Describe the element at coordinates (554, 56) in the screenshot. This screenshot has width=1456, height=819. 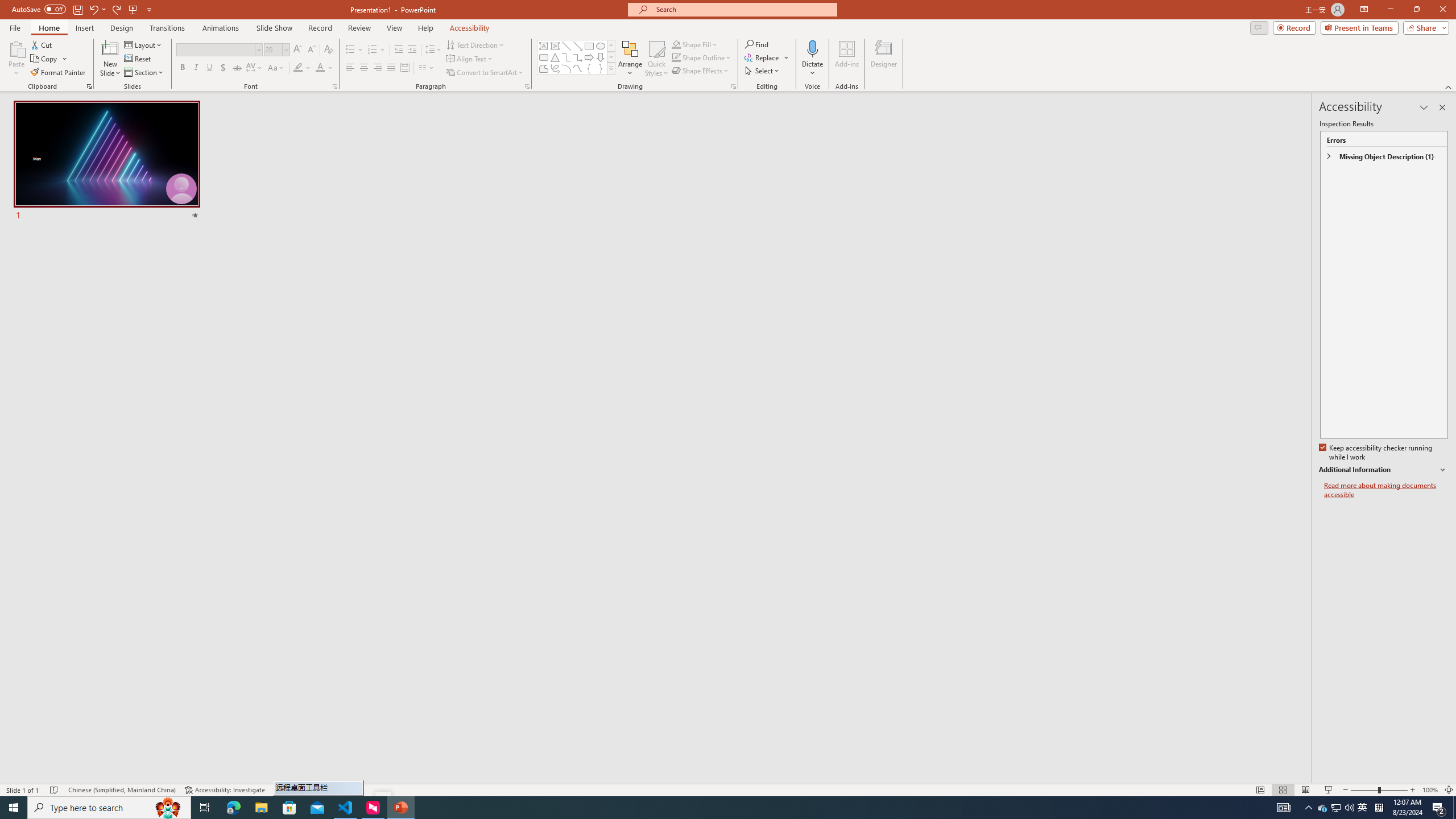
I see `'Isosceles Triangle'` at that location.